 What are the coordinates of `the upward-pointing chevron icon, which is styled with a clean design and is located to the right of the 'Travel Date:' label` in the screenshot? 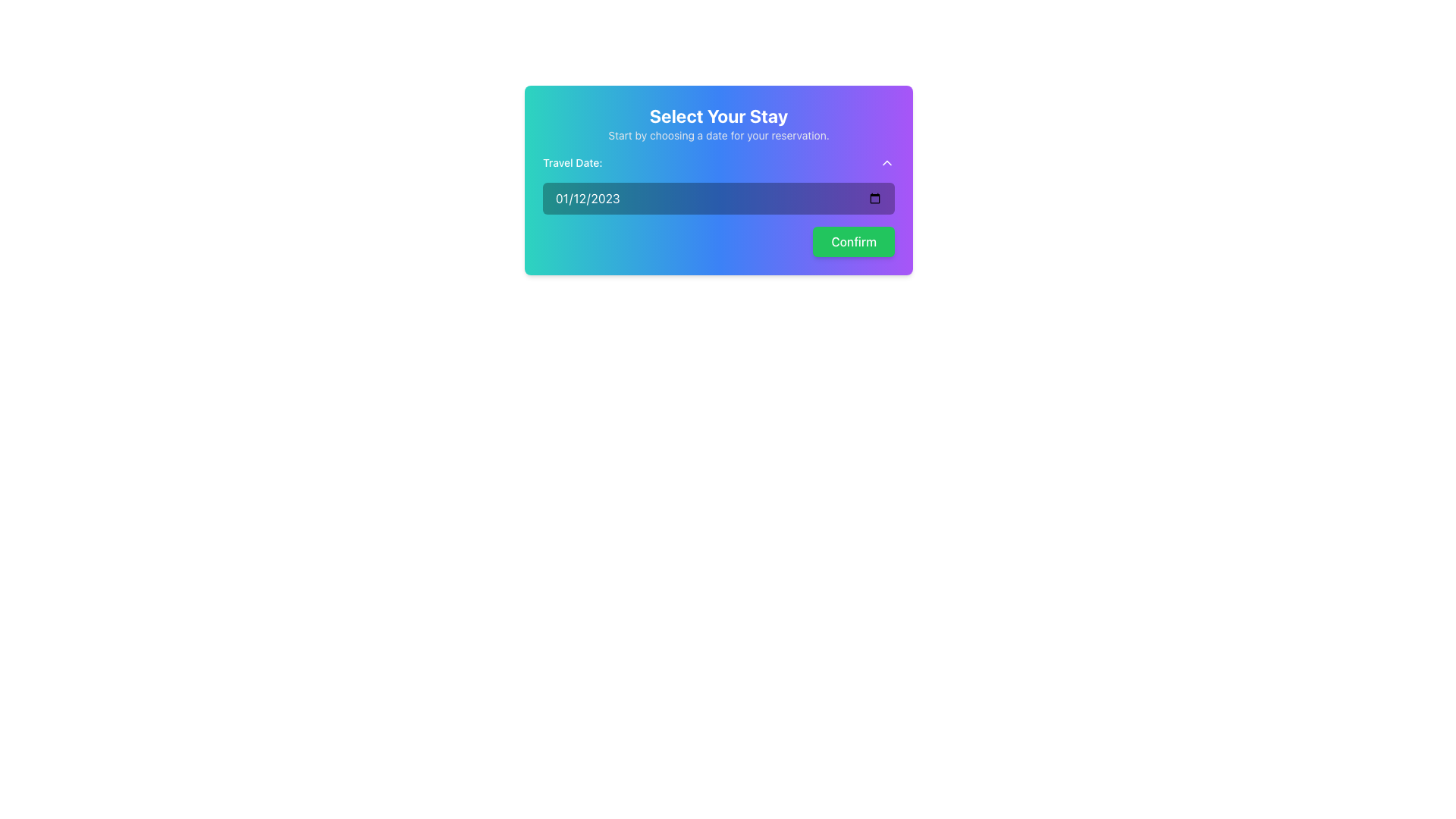 It's located at (887, 163).